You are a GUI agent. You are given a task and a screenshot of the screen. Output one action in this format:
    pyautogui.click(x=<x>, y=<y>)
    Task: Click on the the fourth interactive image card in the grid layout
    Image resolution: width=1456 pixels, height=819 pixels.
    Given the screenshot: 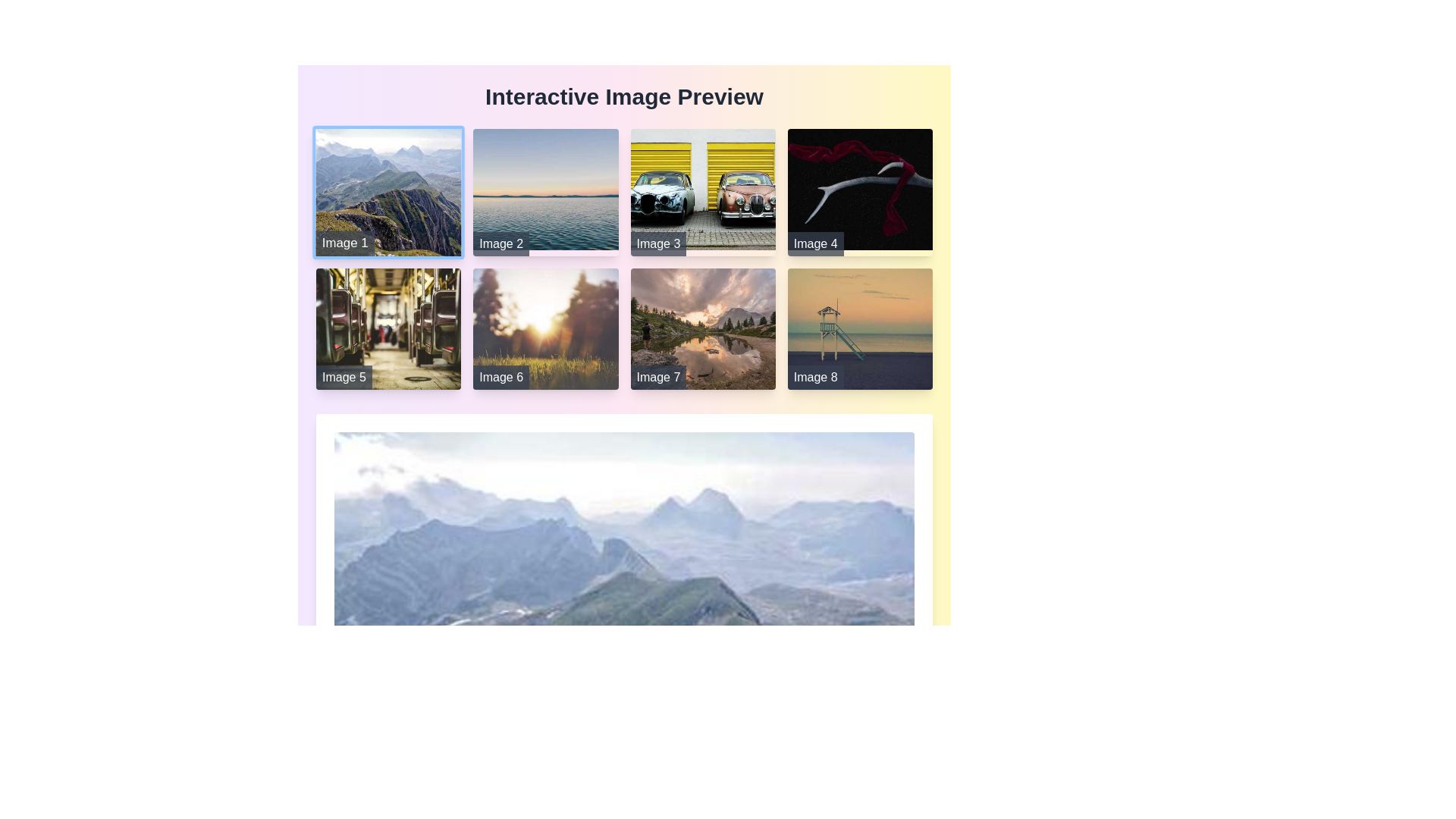 What is the action you would take?
    pyautogui.click(x=860, y=192)
    